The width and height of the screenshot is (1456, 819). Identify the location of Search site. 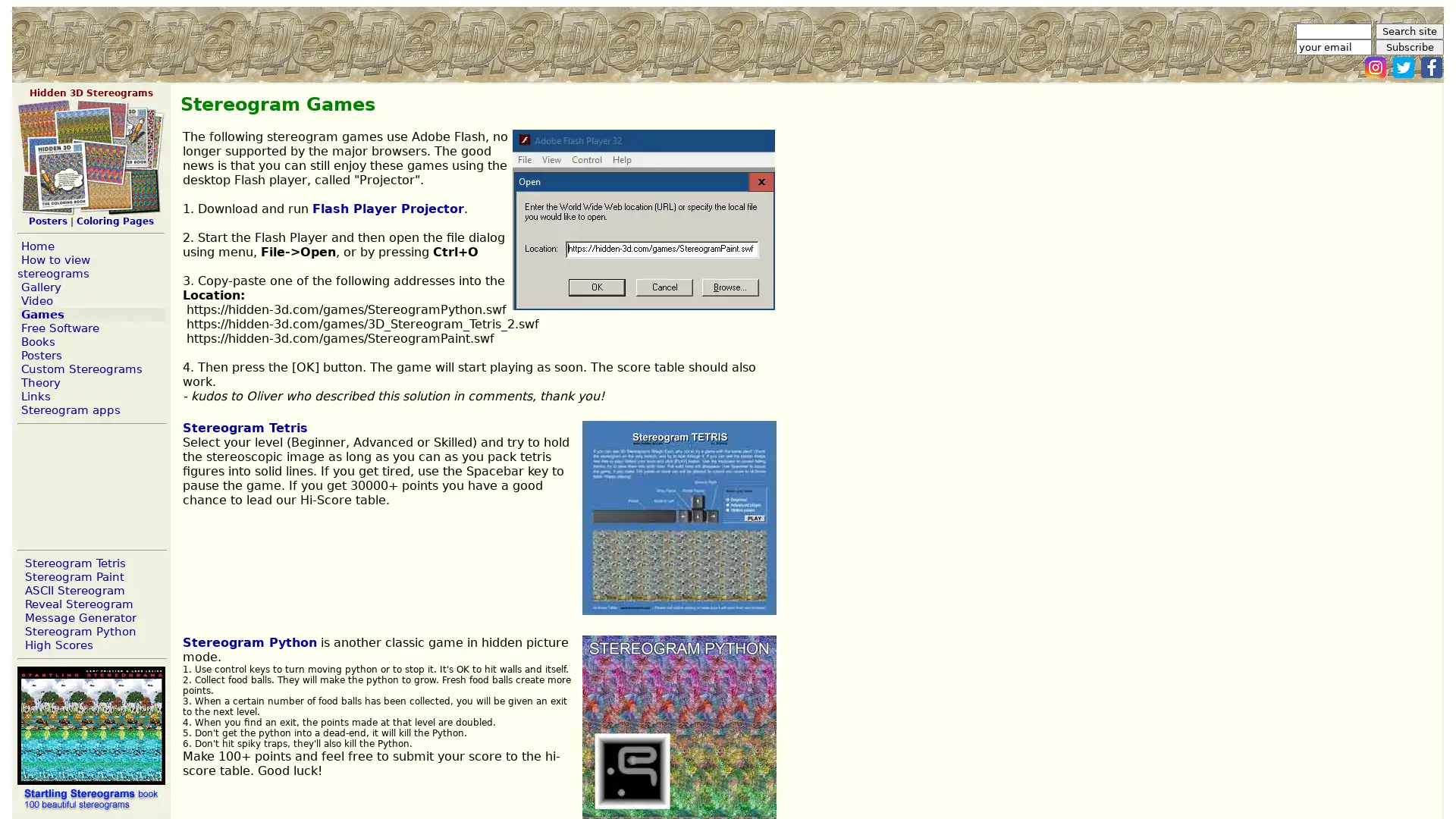
(1408, 31).